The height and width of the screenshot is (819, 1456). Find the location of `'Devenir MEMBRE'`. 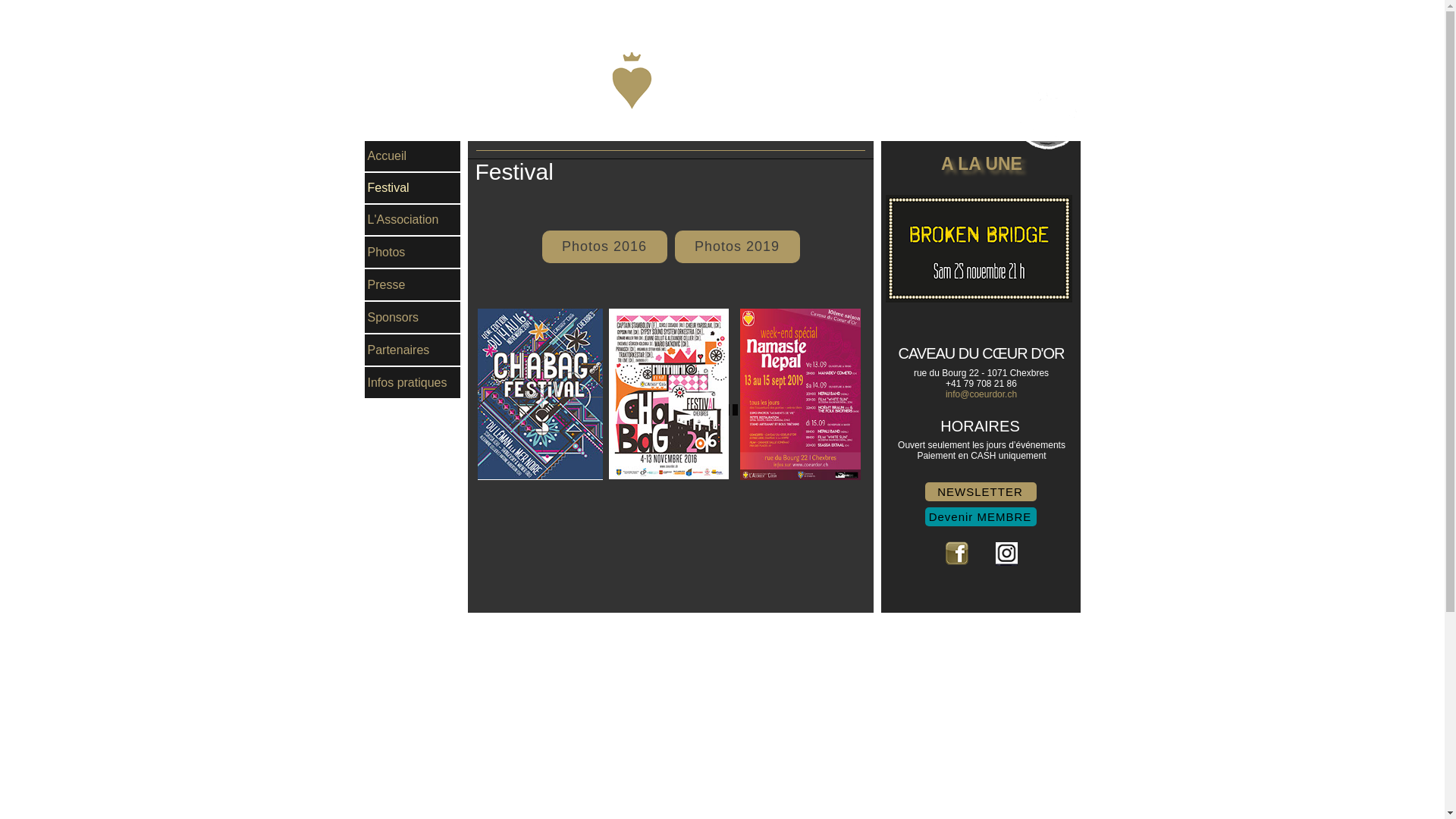

'Devenir MEMBRE' is located at coordinates (981, 516).